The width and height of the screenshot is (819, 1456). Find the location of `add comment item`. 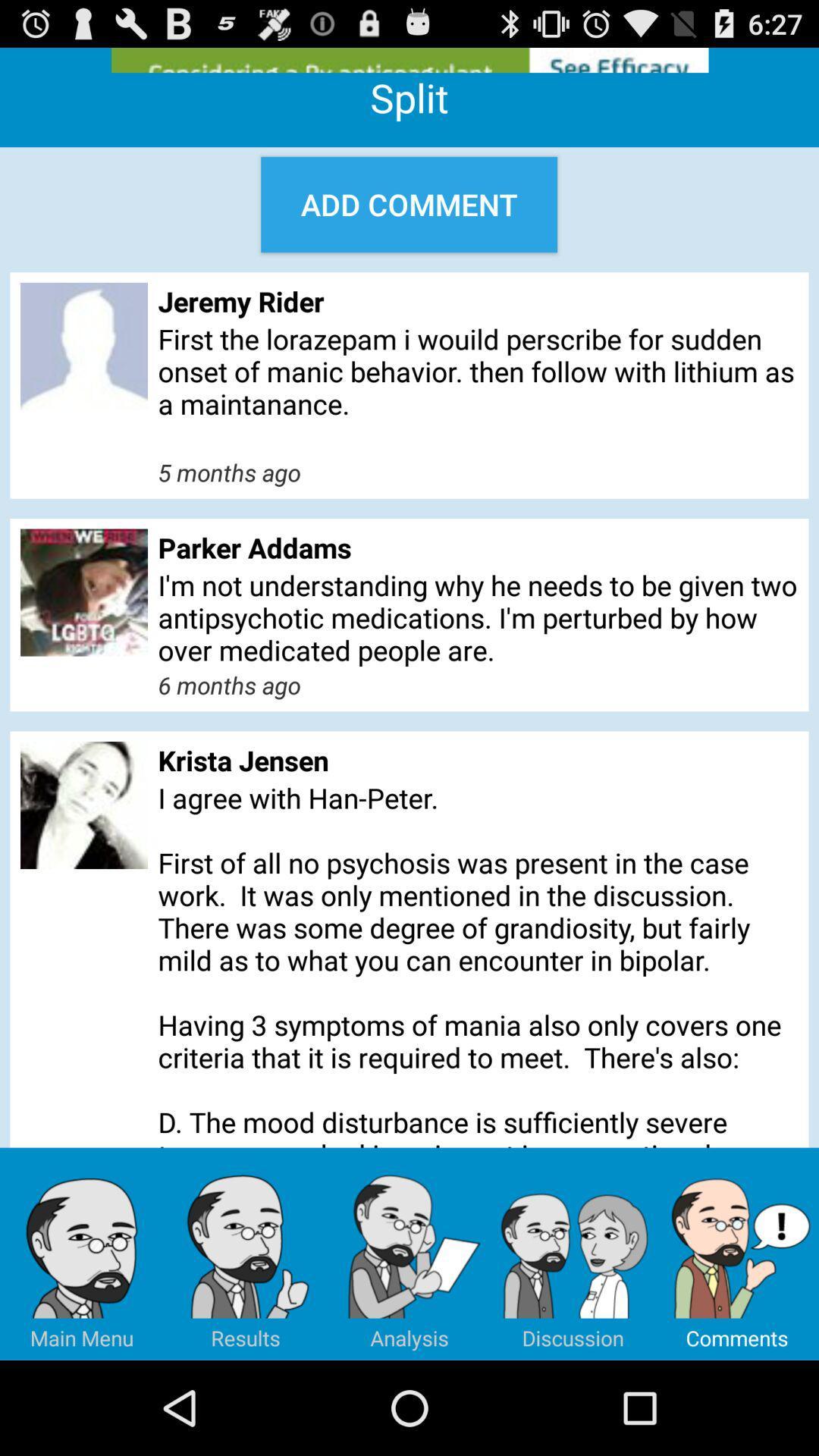

add comment item is located at coordinates (408, 203).